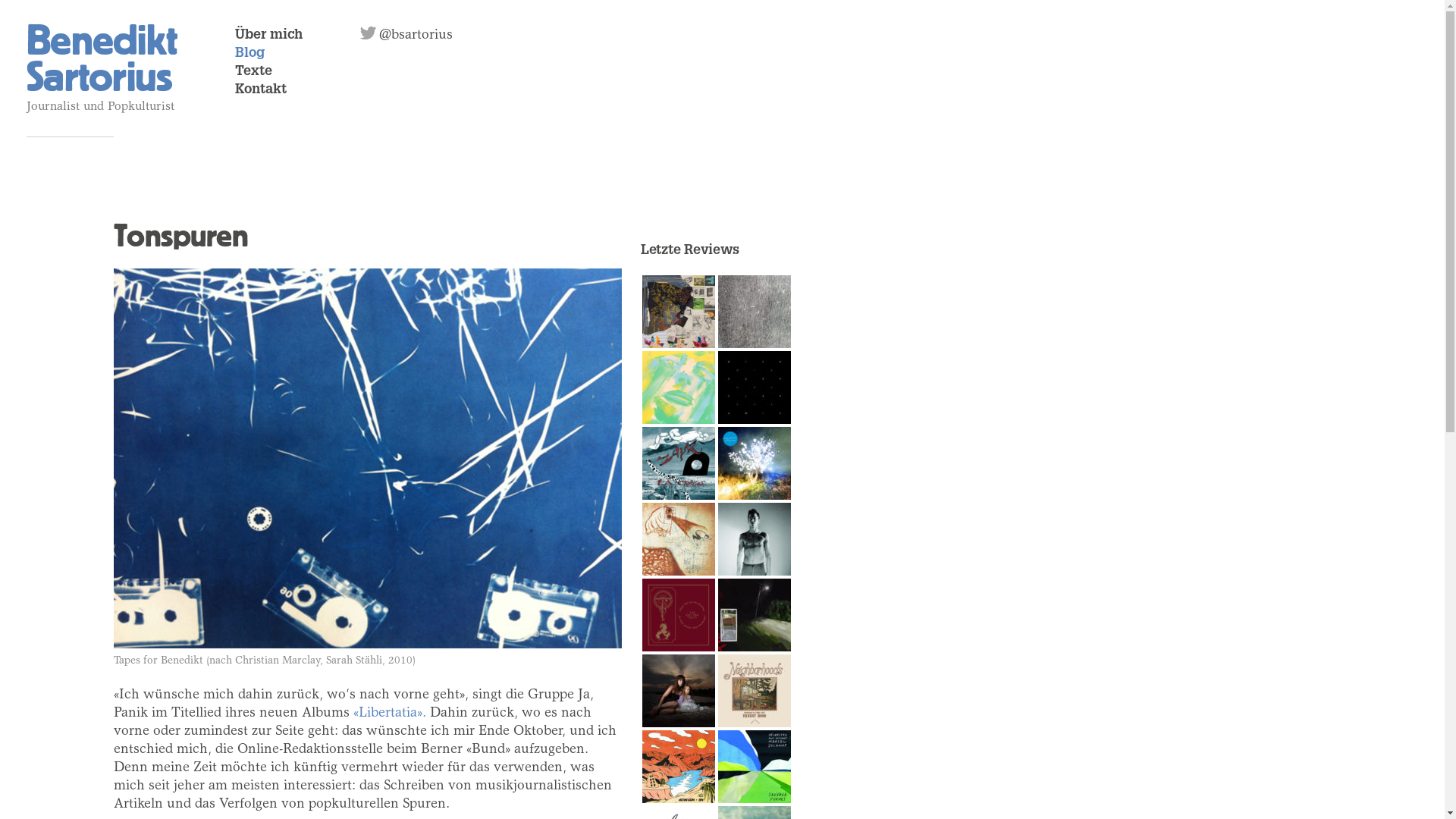  Describe the element at coordinates (112, 236) in the screenshot. I see `'Tonspuren'` at that location.